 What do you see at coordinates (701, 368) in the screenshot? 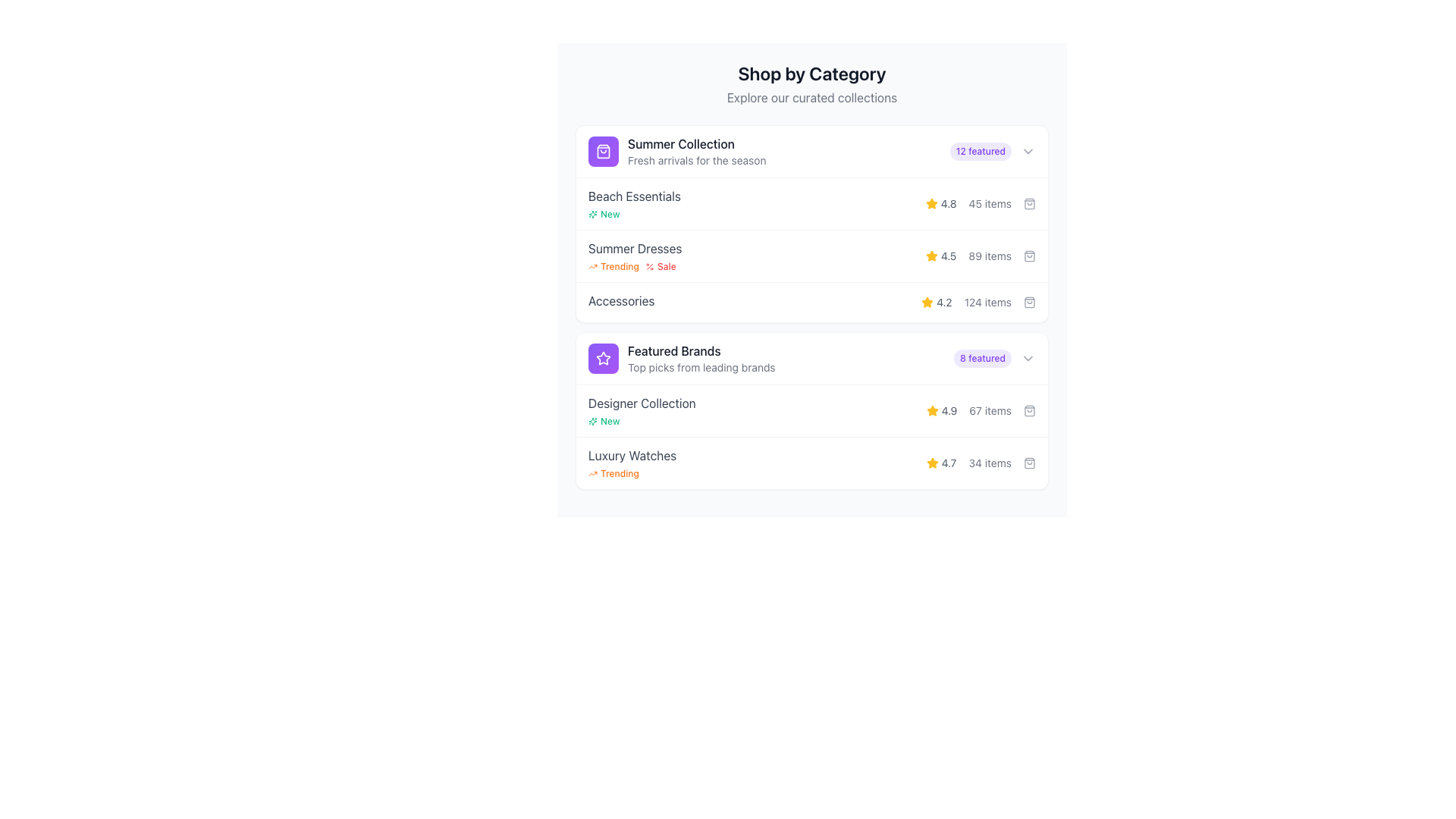
I see `the static text element located directly below the 'Featured Brands' title in the 'Featured Brands' panel` at bounding box center [701, 368].